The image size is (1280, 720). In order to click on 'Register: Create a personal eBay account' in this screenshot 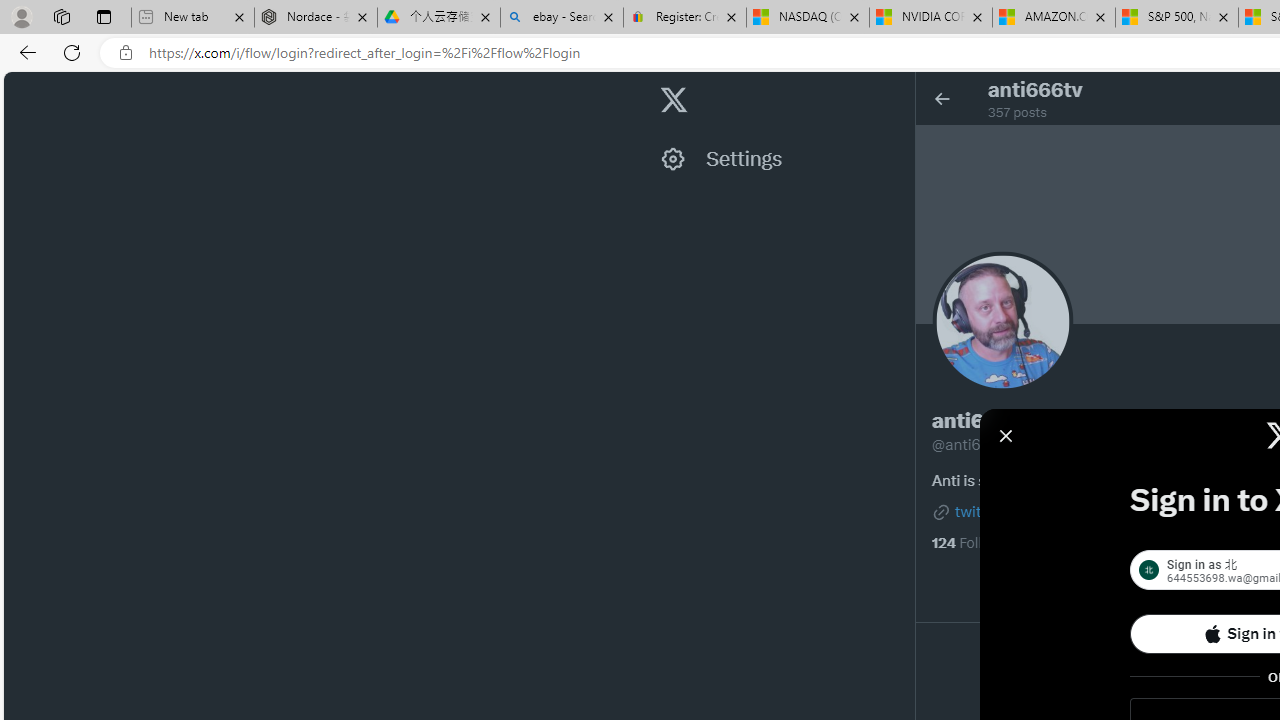, I will do `click(684, 17)`.